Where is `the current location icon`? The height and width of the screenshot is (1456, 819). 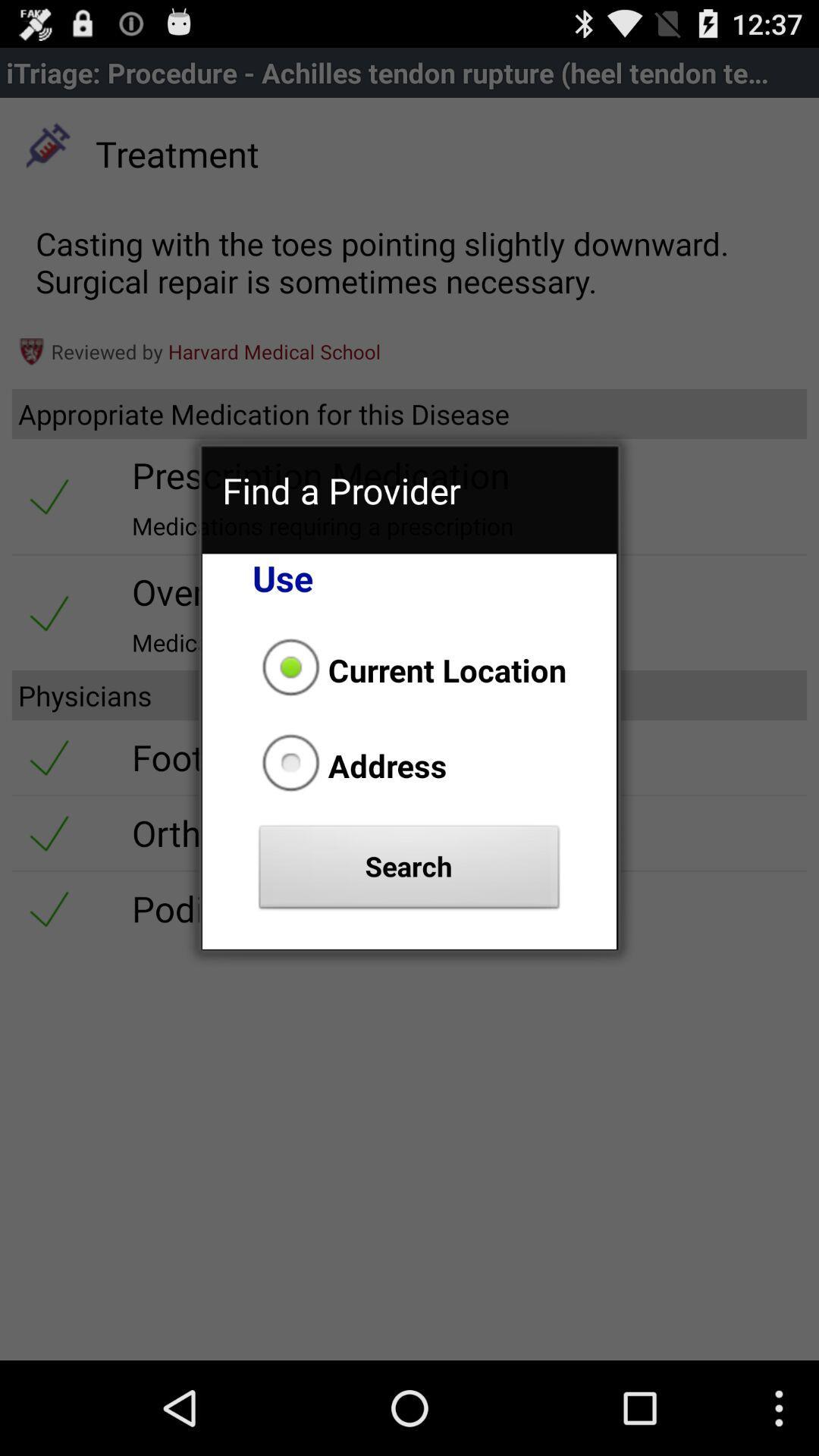
the current location icon is located at coordinates (409, 669).